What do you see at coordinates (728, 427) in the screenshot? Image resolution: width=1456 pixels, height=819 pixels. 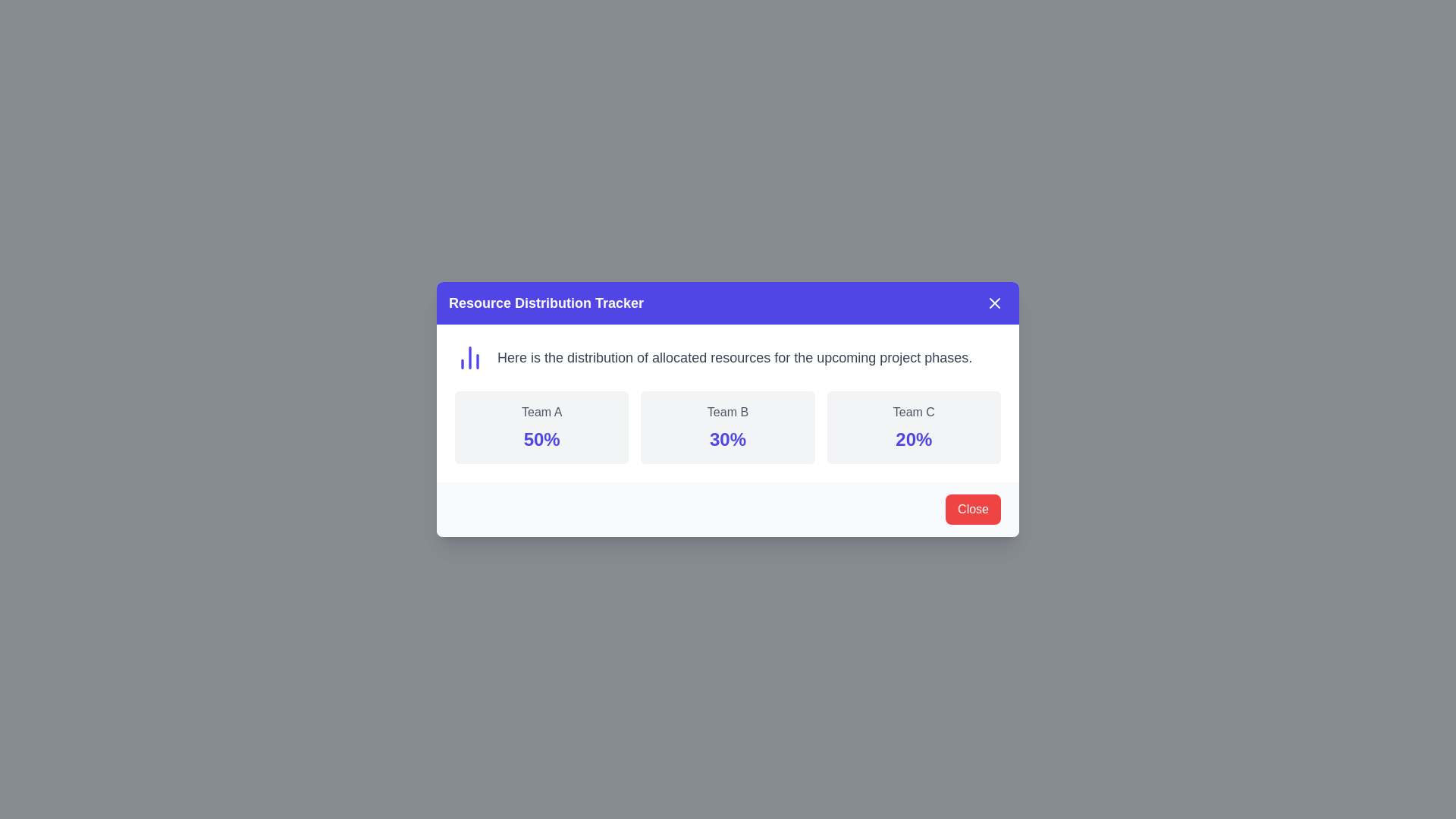 I see `label and value for resource allocations among 'Team A', 'Team B', and 'Team C' in the horizontal card group located at the center-bottom region of the modal dialog` at bounding box center [728, 427].